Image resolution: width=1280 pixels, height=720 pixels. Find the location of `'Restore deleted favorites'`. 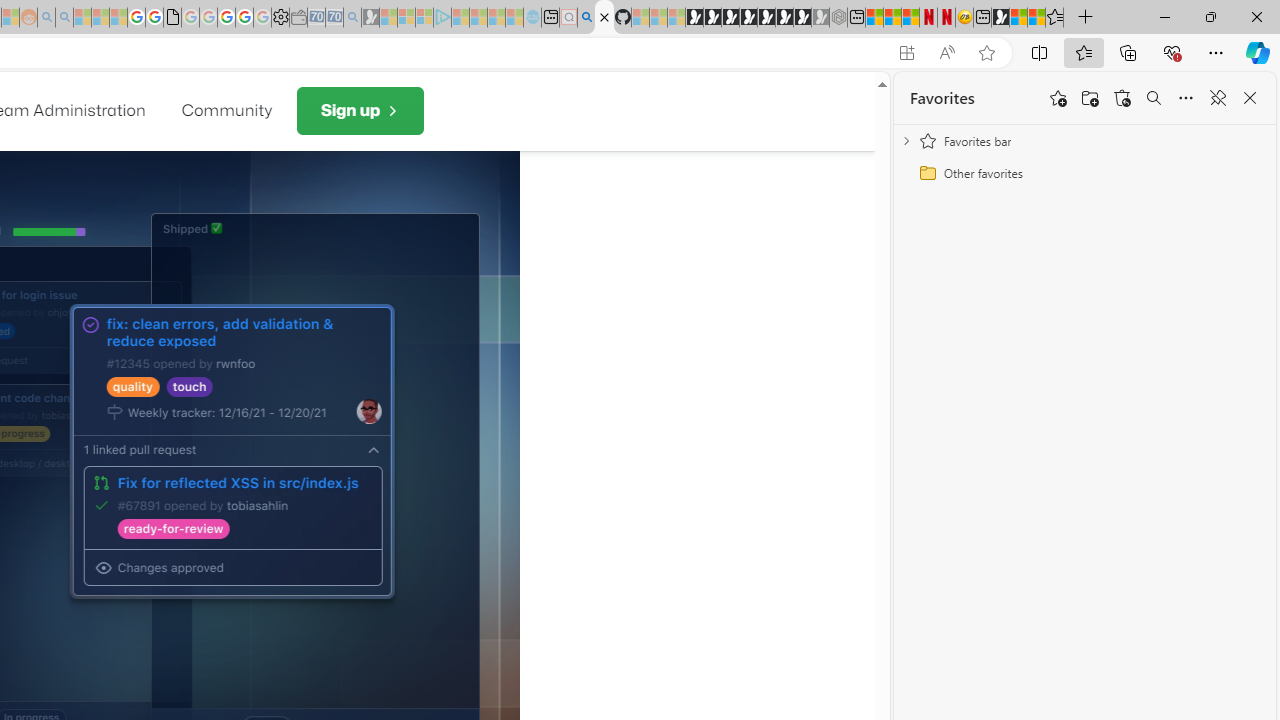

'Restore deleted favorites' is located at coordinates (1122, 98).